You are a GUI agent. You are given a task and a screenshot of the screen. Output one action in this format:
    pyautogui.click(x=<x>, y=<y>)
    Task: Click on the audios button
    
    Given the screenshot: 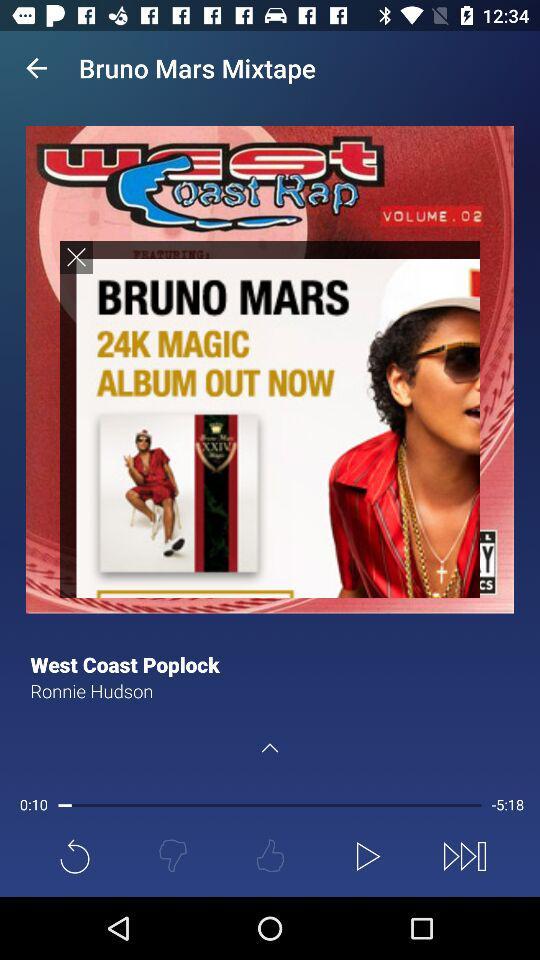 What is the action you would take?
    pyautogui.click(x=270, y=418)
    